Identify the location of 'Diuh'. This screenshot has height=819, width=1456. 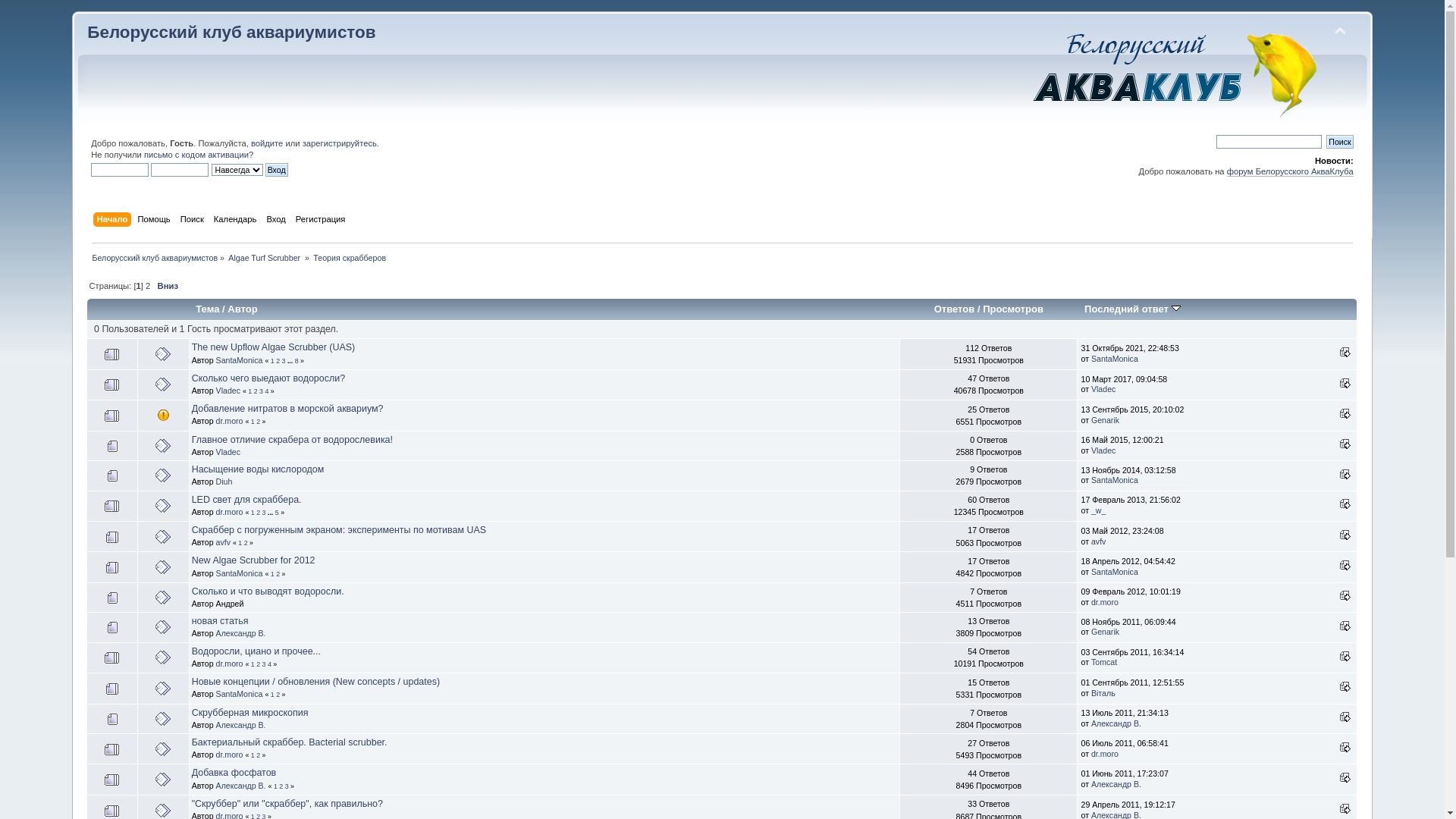
(215, 482).